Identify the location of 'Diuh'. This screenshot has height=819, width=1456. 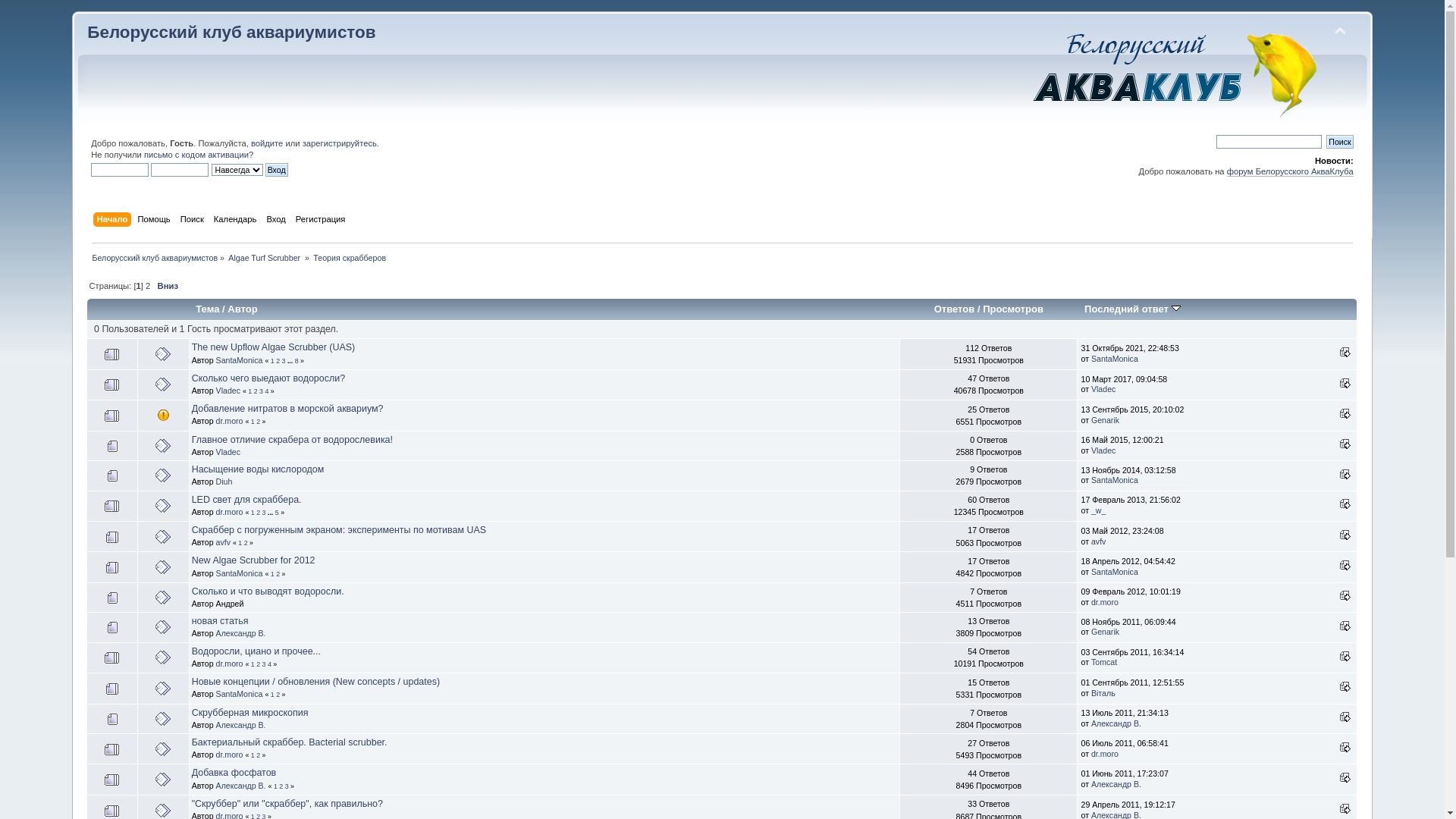
(215, 482).